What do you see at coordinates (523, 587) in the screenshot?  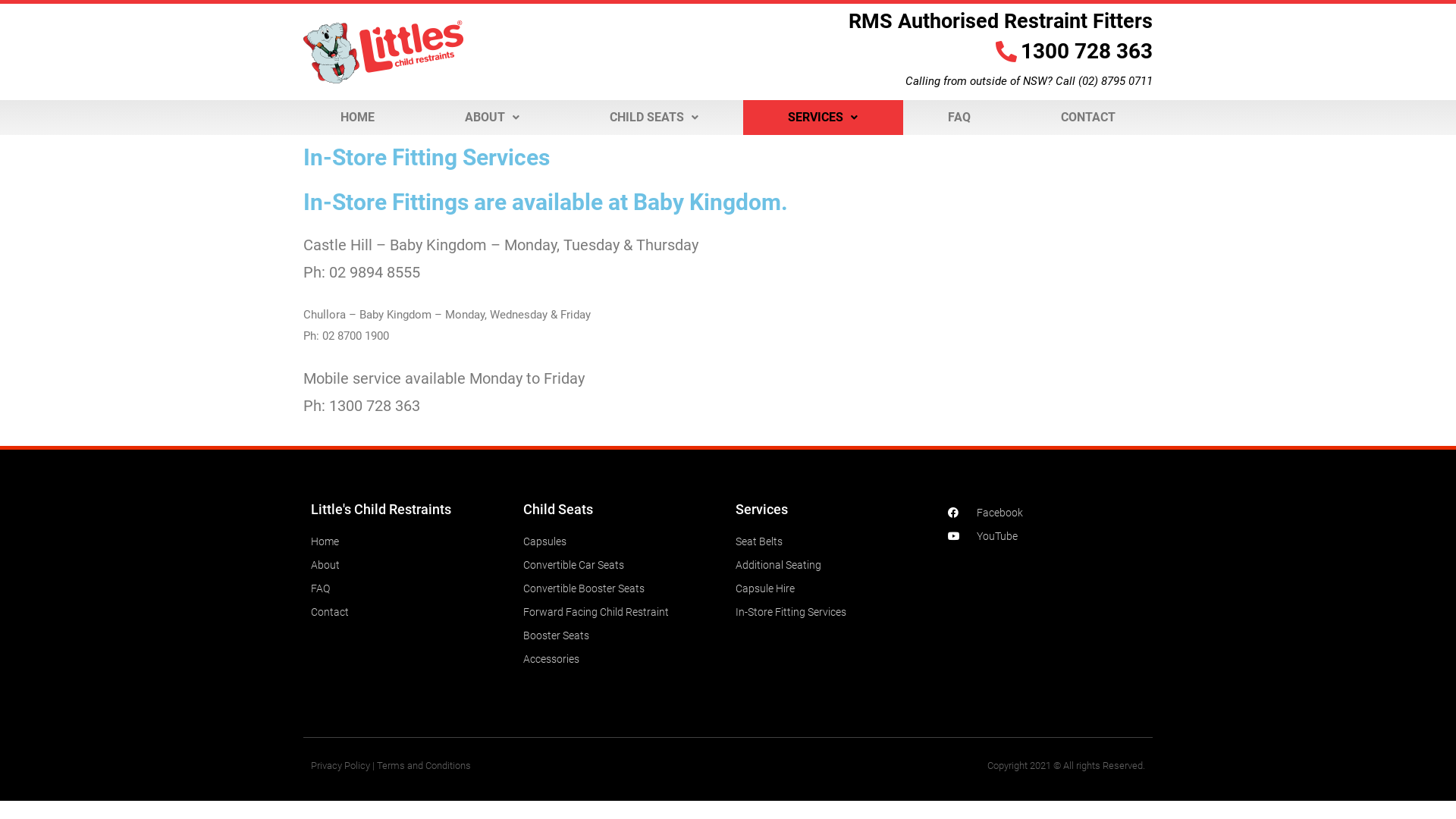 I see `'Convertible Booster Seats'` at bounding box center [523, 587].